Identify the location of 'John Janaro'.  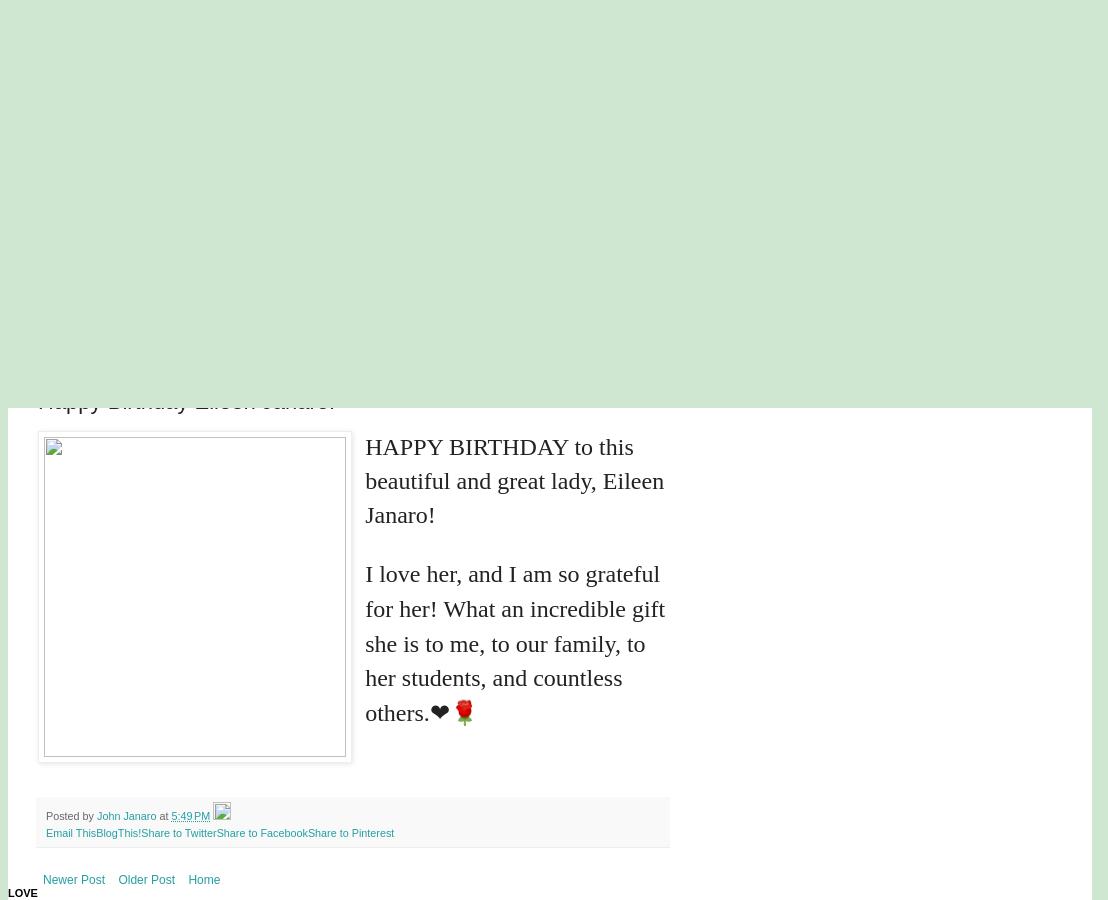
(126, 815).